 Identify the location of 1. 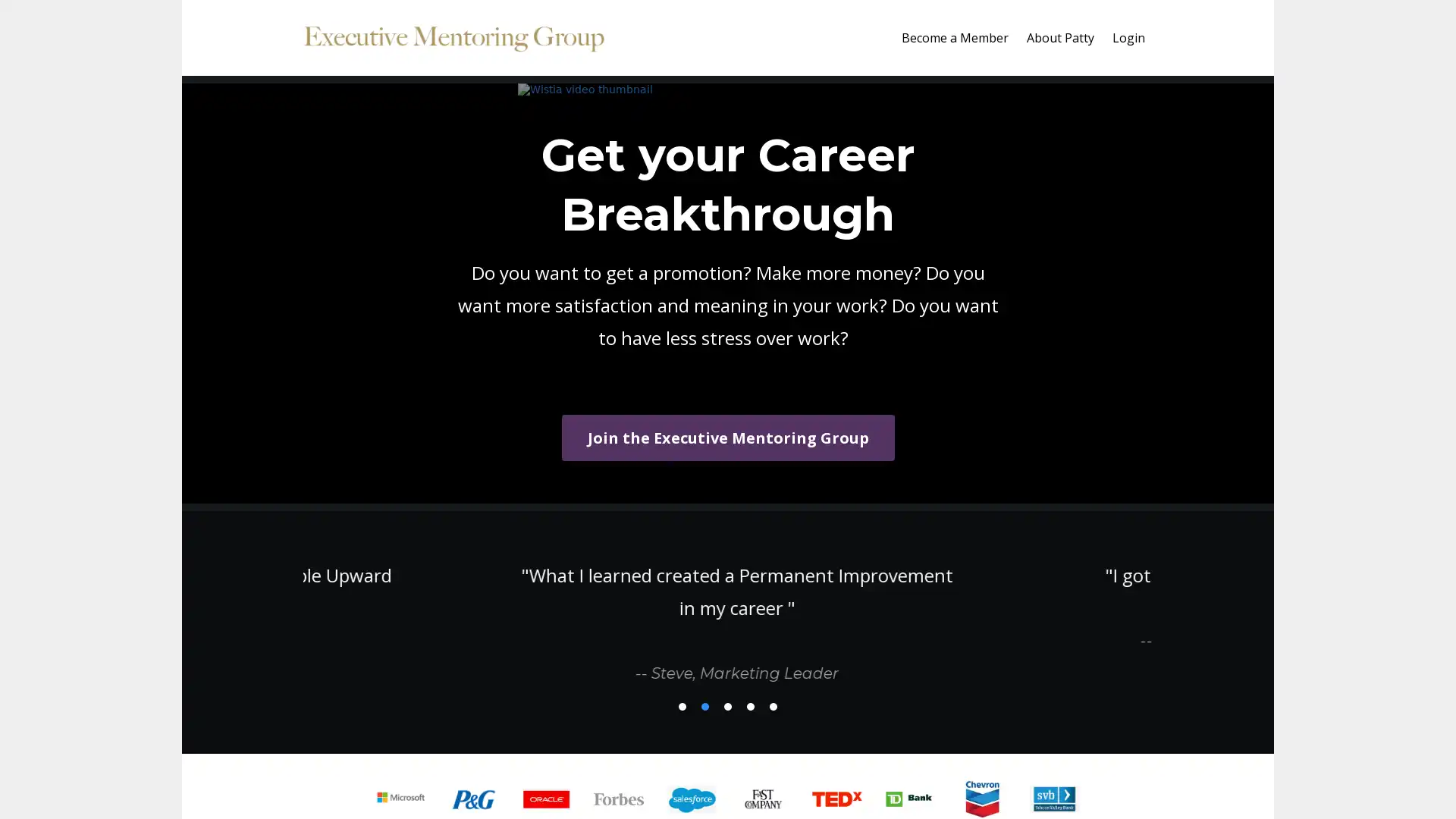
(682, 672).